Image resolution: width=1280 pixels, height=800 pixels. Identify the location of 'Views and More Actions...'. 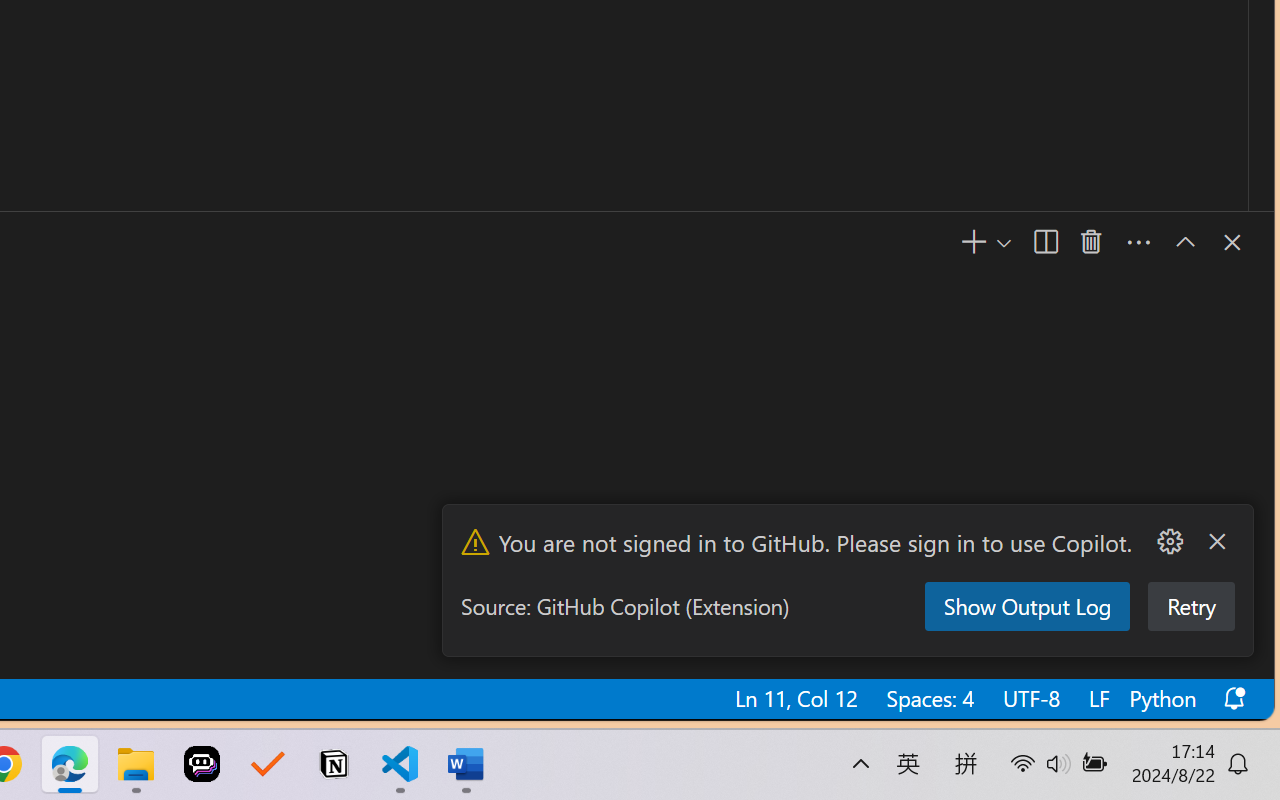
(1137, 242).